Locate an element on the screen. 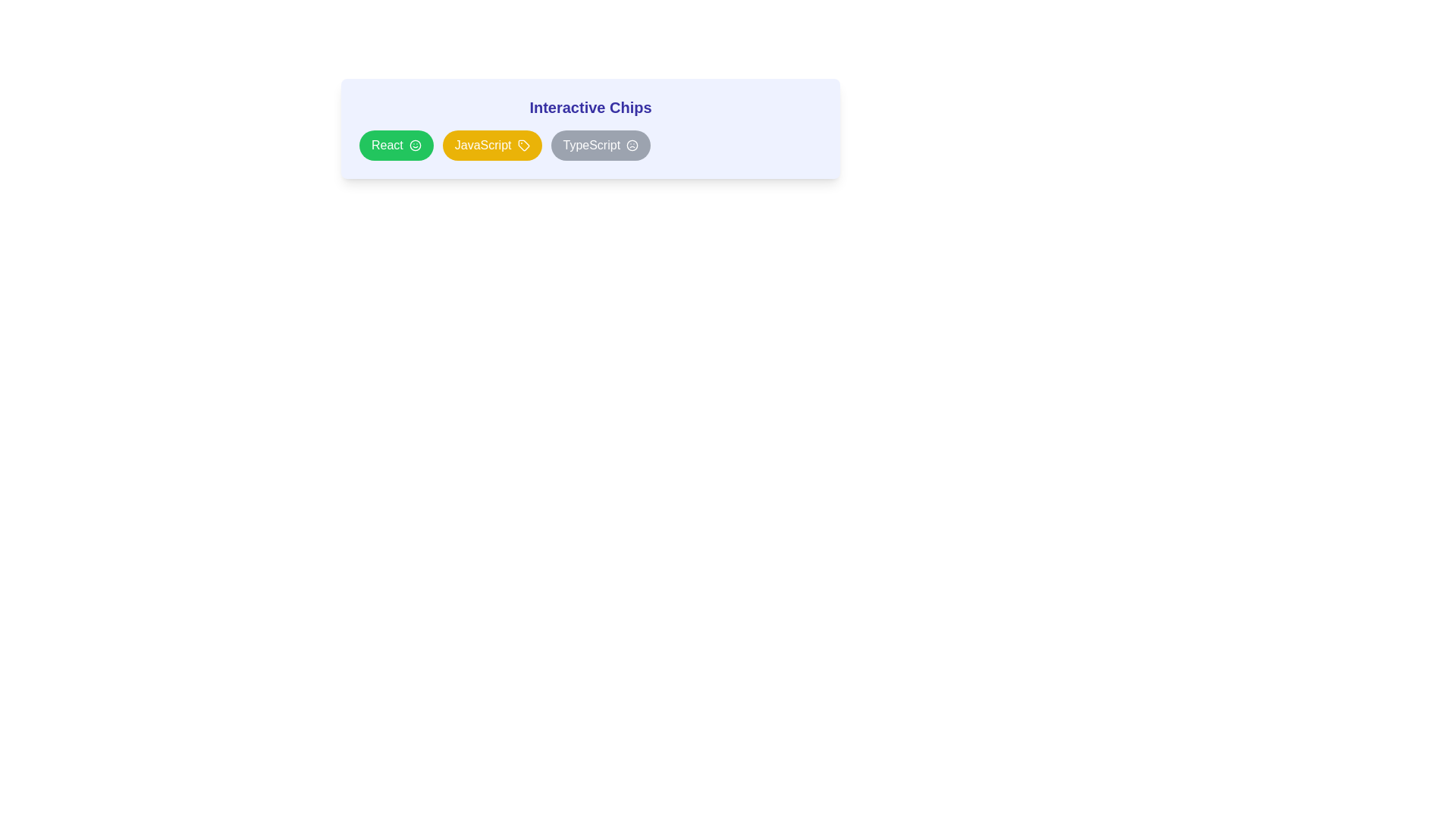 The image size is (1456, 819). the largest circular SVG element located at the center of the icon interface is located at coordinates (415, 146).